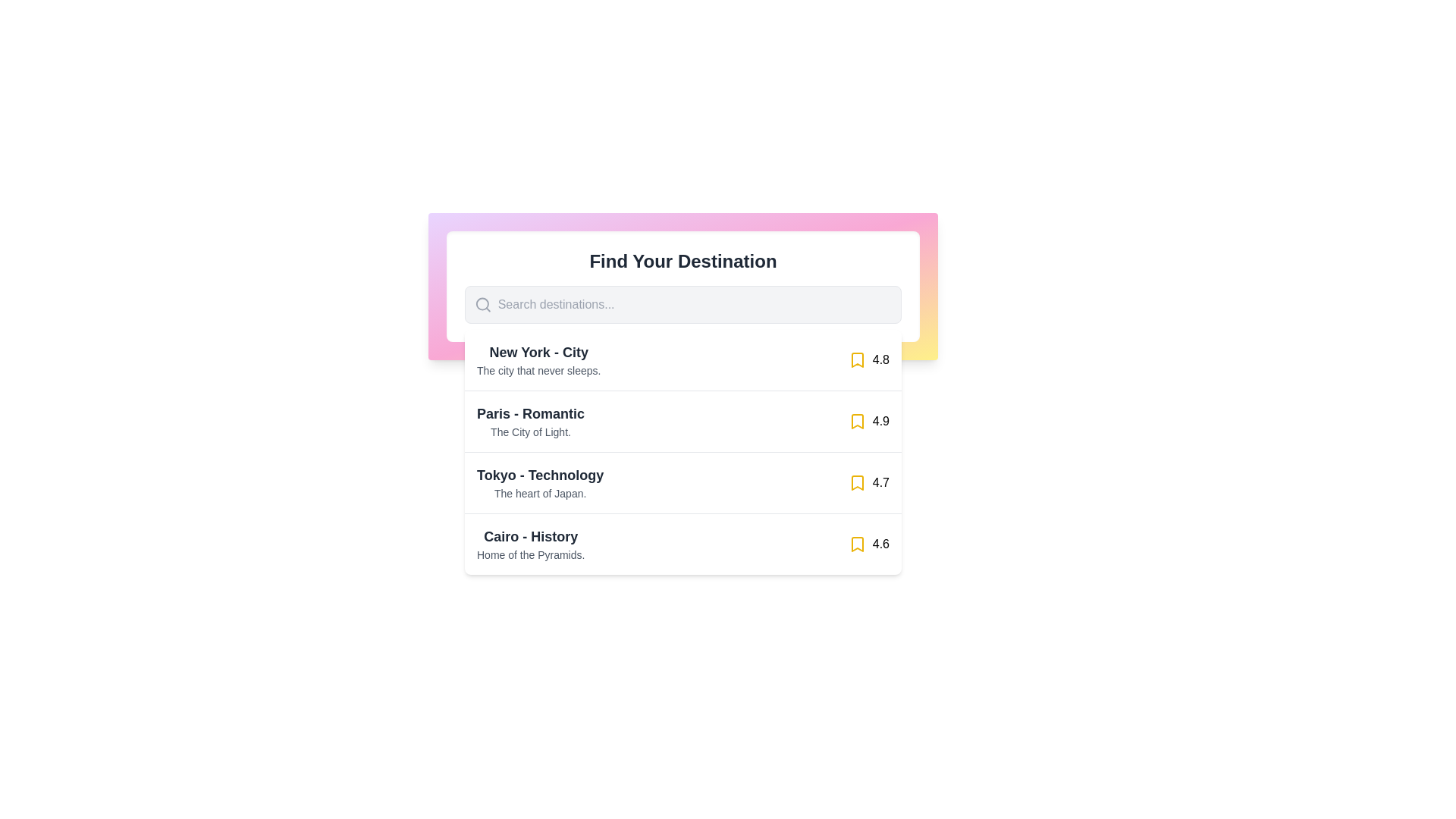 The height and width of the screenshot is (819, 1456). I want to click on displayed rating value '4.6' from the Rating display element, which includes a yellow bookmark icon and is located in the fourth row for 'Cairo - History', so click(868, 543).